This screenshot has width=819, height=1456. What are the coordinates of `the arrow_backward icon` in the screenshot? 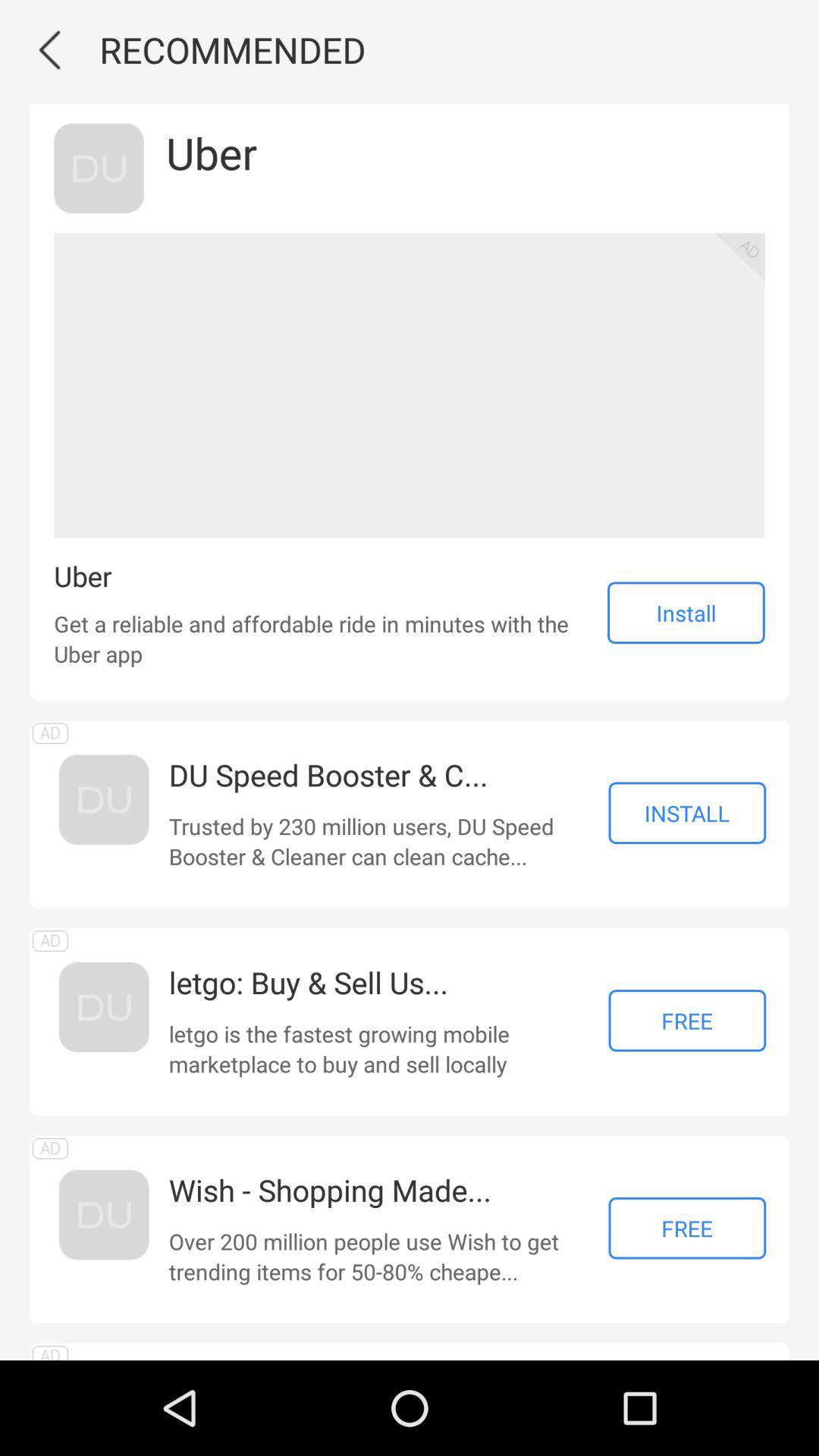 It's located at (49, 53).